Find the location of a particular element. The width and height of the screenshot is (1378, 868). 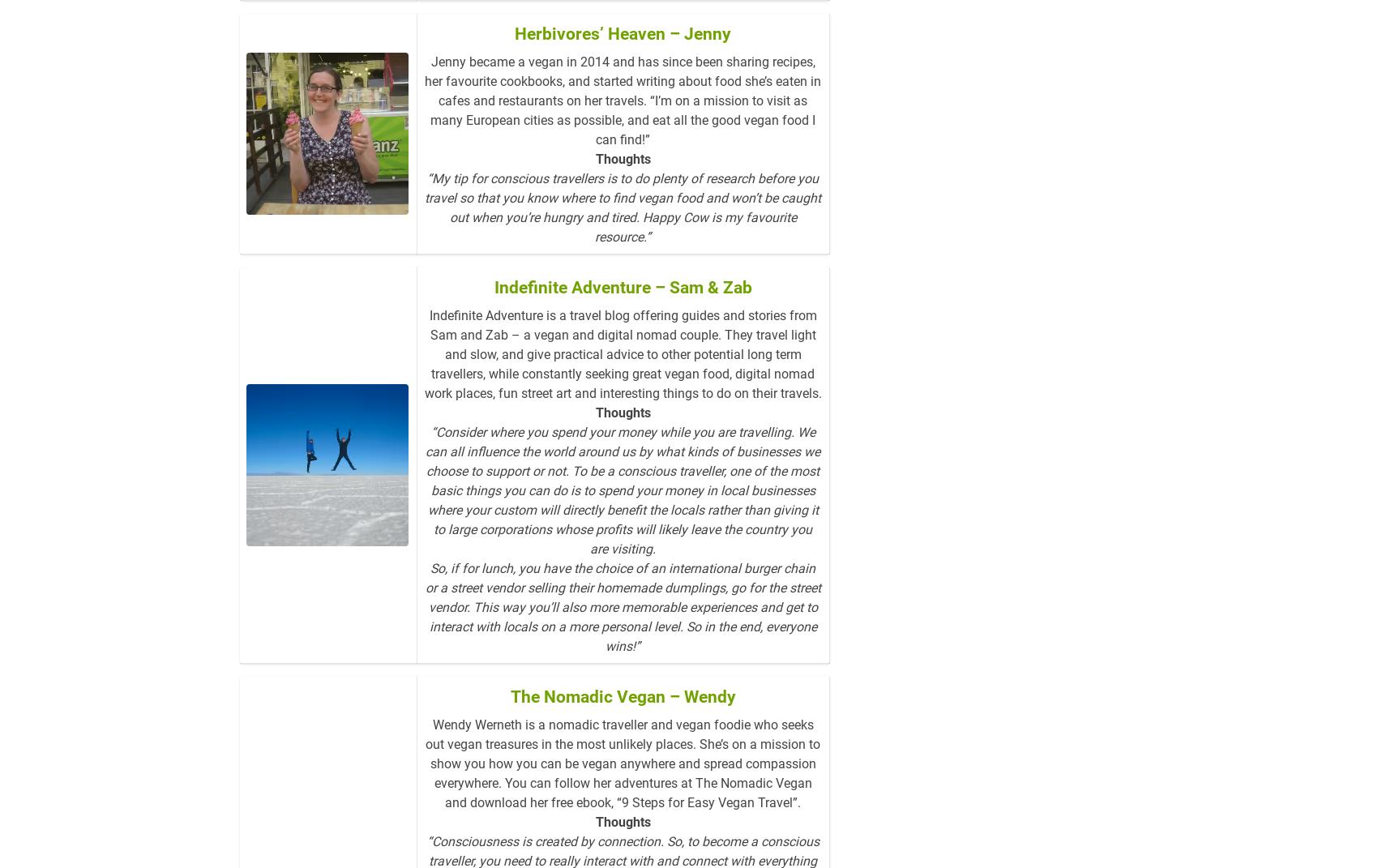

'Indefinite Adventure is a travel blog offering guides and stories from Sam and Zab – a vegan and digital nomad couple. They travel light and slow, and give practical advice to other potential long term travellers, while constantly seeking great vegan food, digital nomad work places, fun street art and interesting things to do on their travels.' is located at coordinates (622, 379).